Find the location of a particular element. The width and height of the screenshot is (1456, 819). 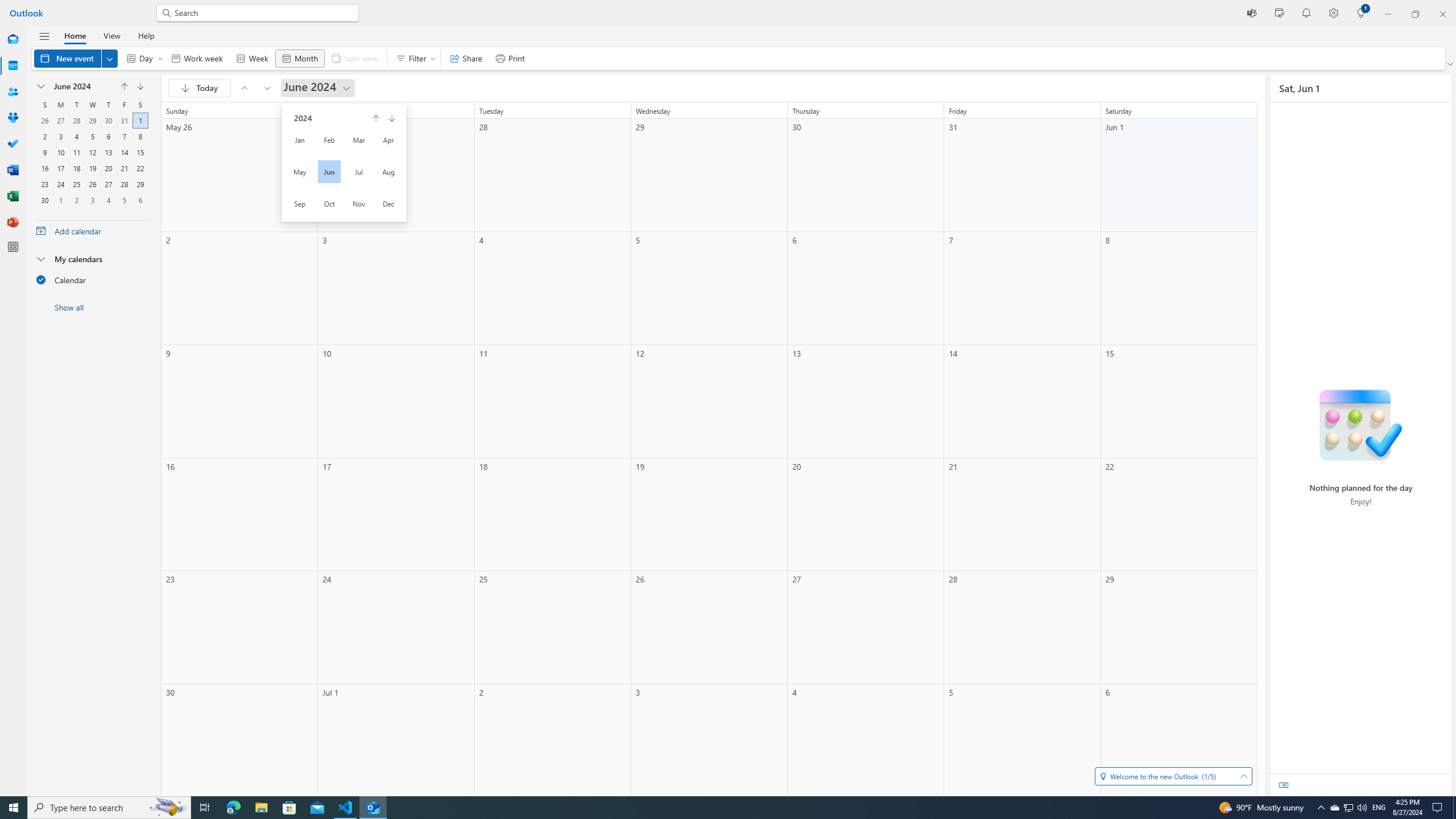

'My calendarsCalendar' is located at coordinates (92, 272).